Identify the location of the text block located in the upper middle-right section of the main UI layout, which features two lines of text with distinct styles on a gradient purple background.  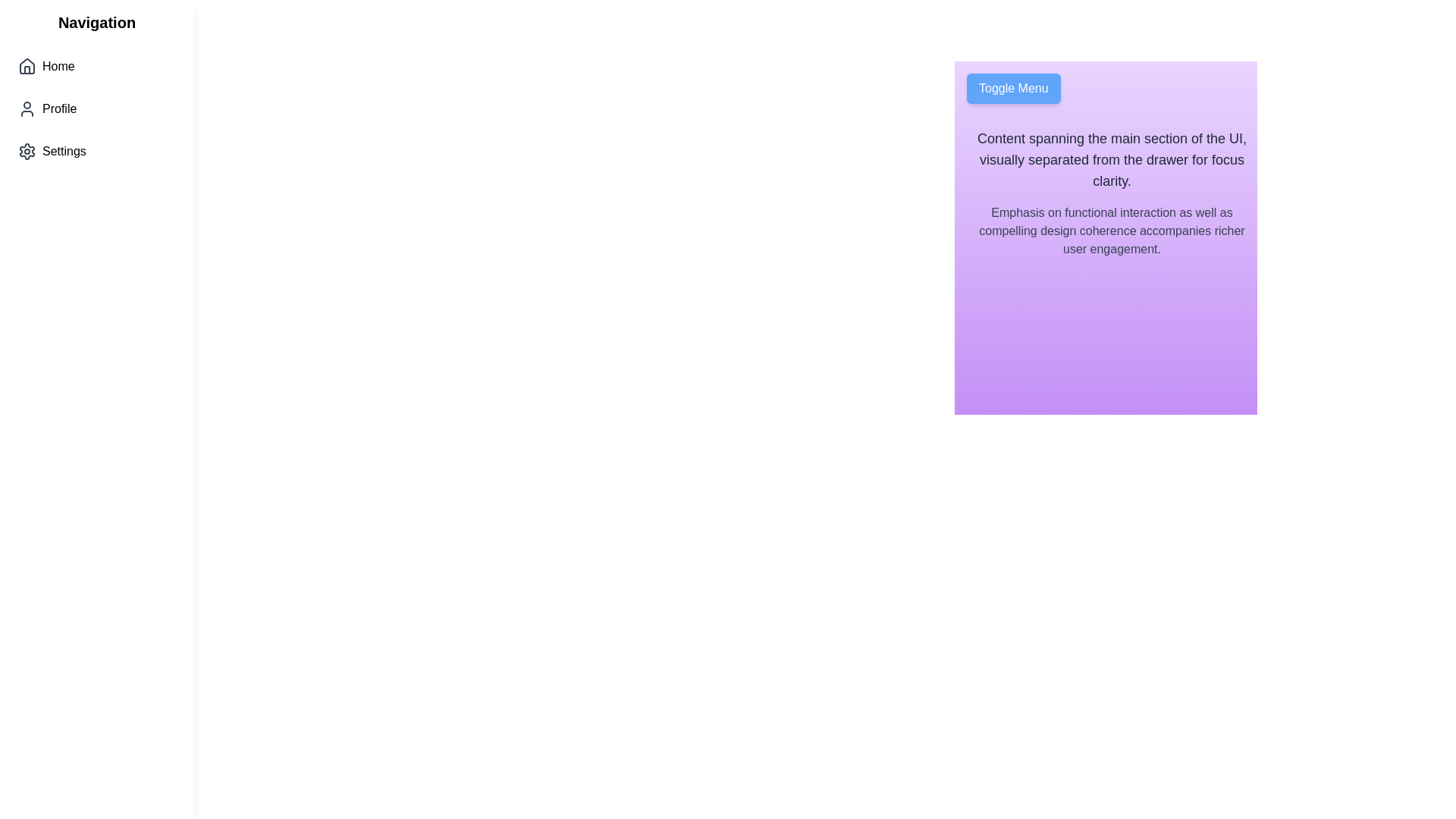
(1112, 192).